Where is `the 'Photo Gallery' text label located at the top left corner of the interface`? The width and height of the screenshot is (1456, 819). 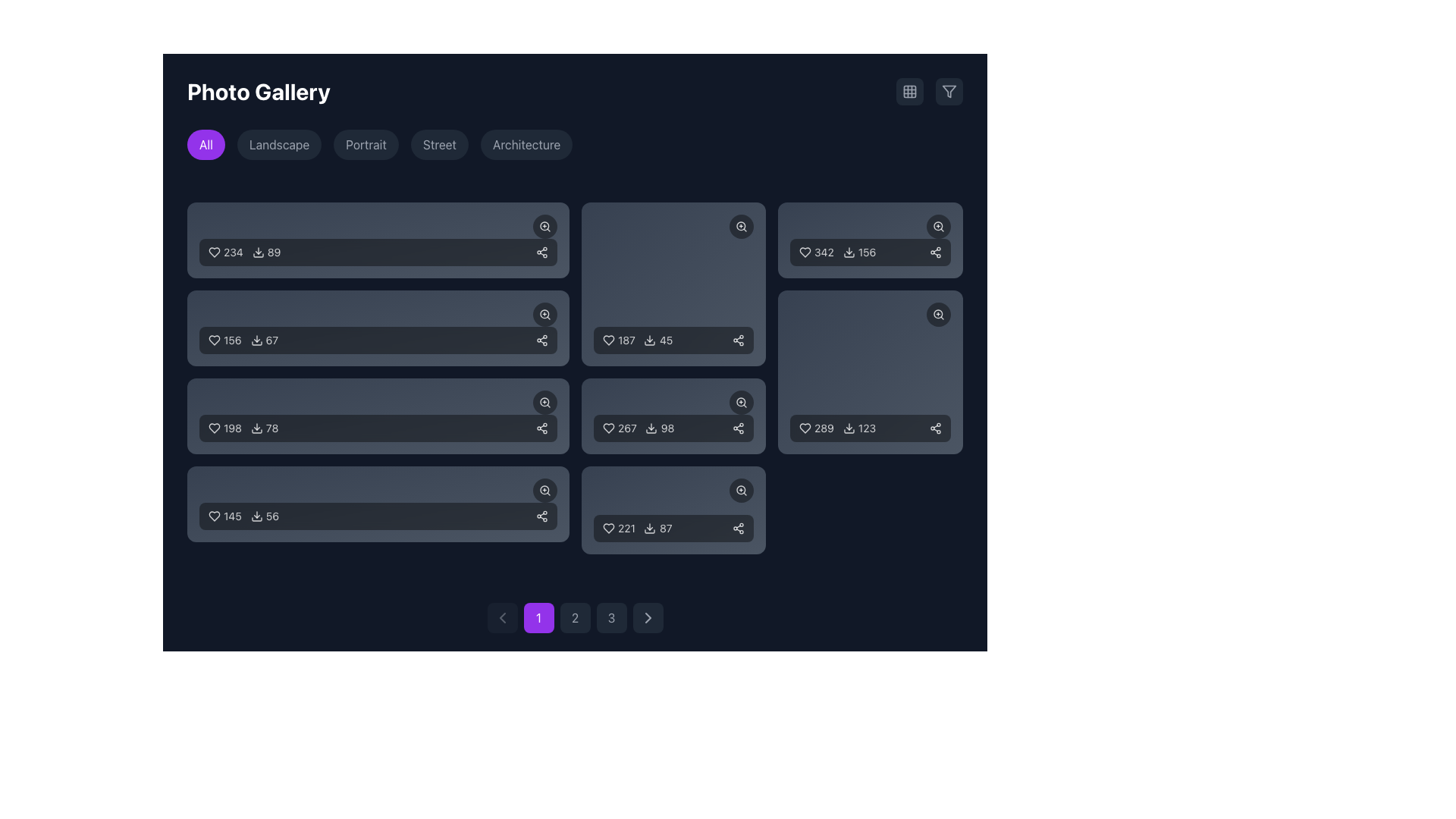 the 'Photo Gallery' text label located at the top left corner of the interface is located at coordinates (258, 91).